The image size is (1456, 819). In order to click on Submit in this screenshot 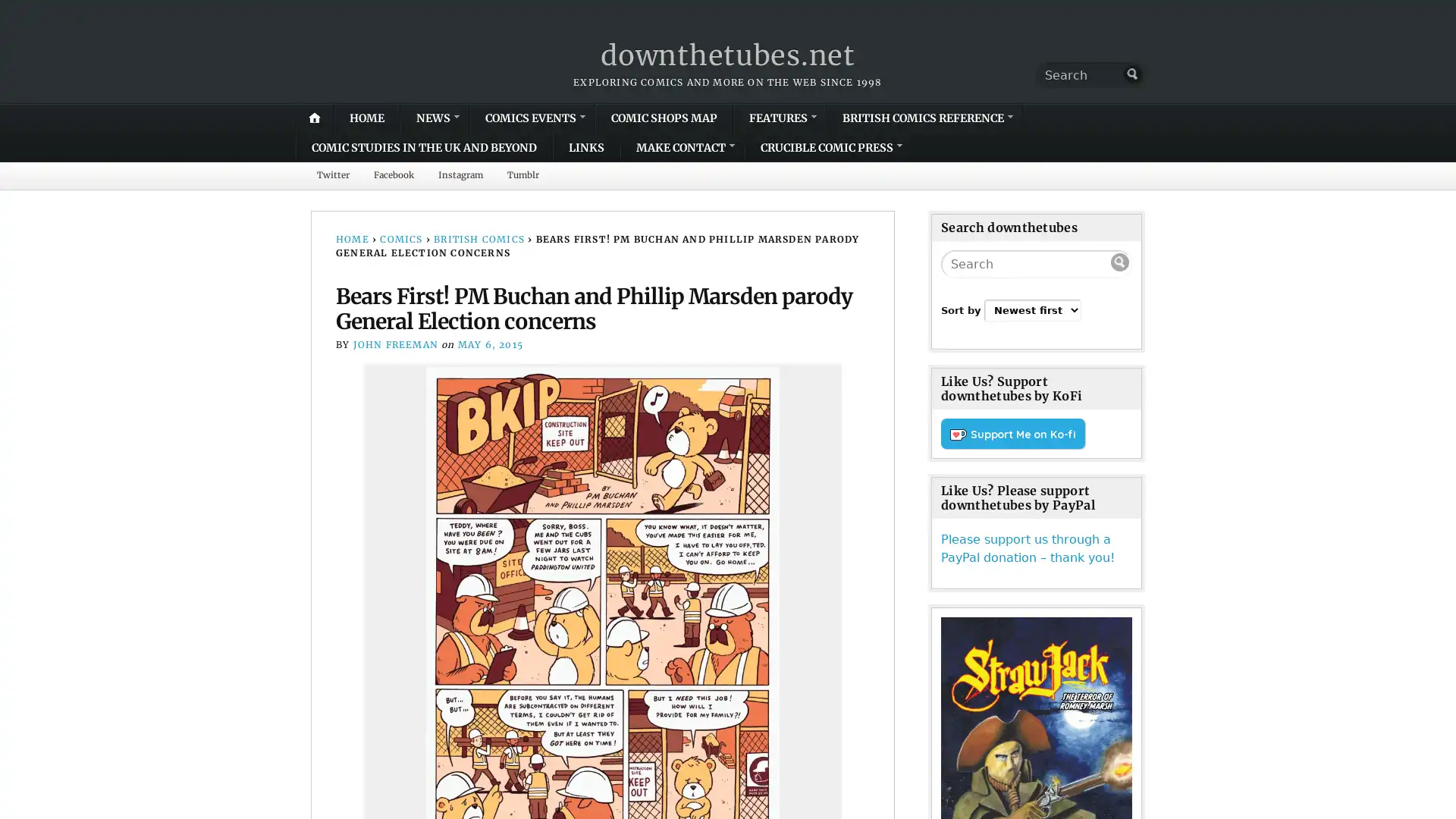, I will do `click(1132, 74)`.